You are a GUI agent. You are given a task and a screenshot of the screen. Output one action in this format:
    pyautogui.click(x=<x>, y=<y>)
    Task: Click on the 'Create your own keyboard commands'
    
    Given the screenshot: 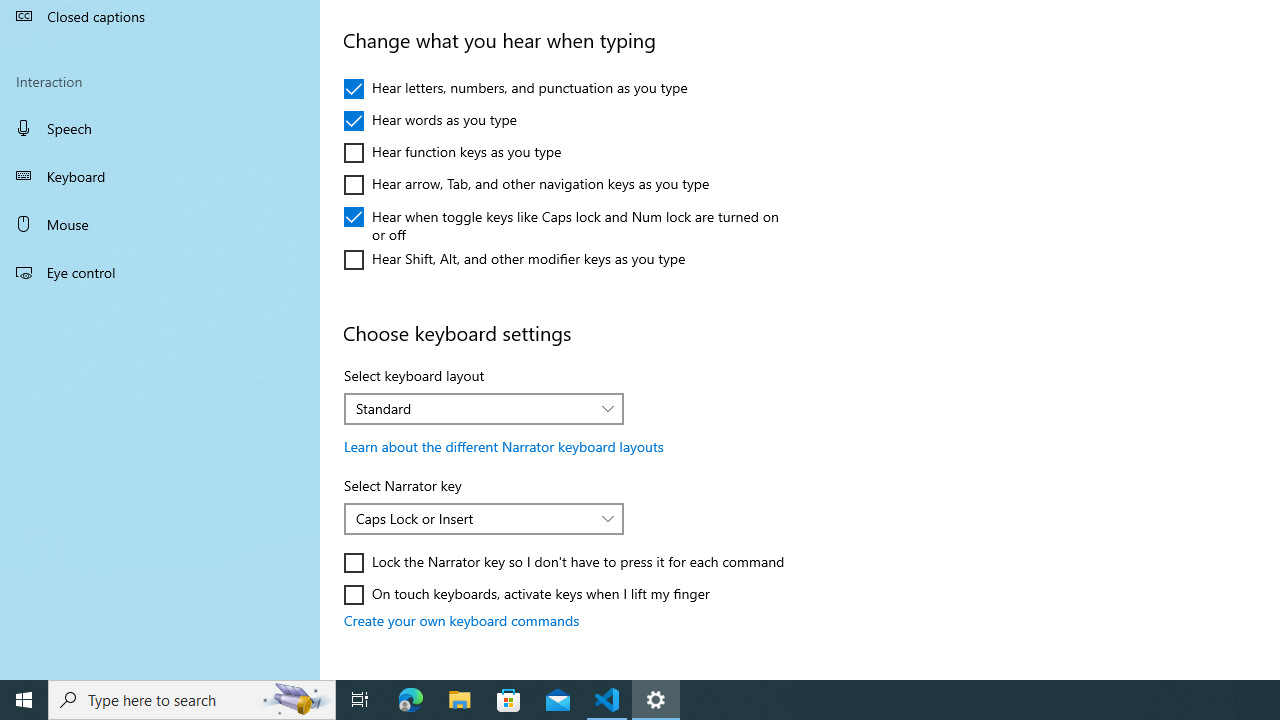 What is the action you would take?
    pyautogui.click(x=461, y=619)
    